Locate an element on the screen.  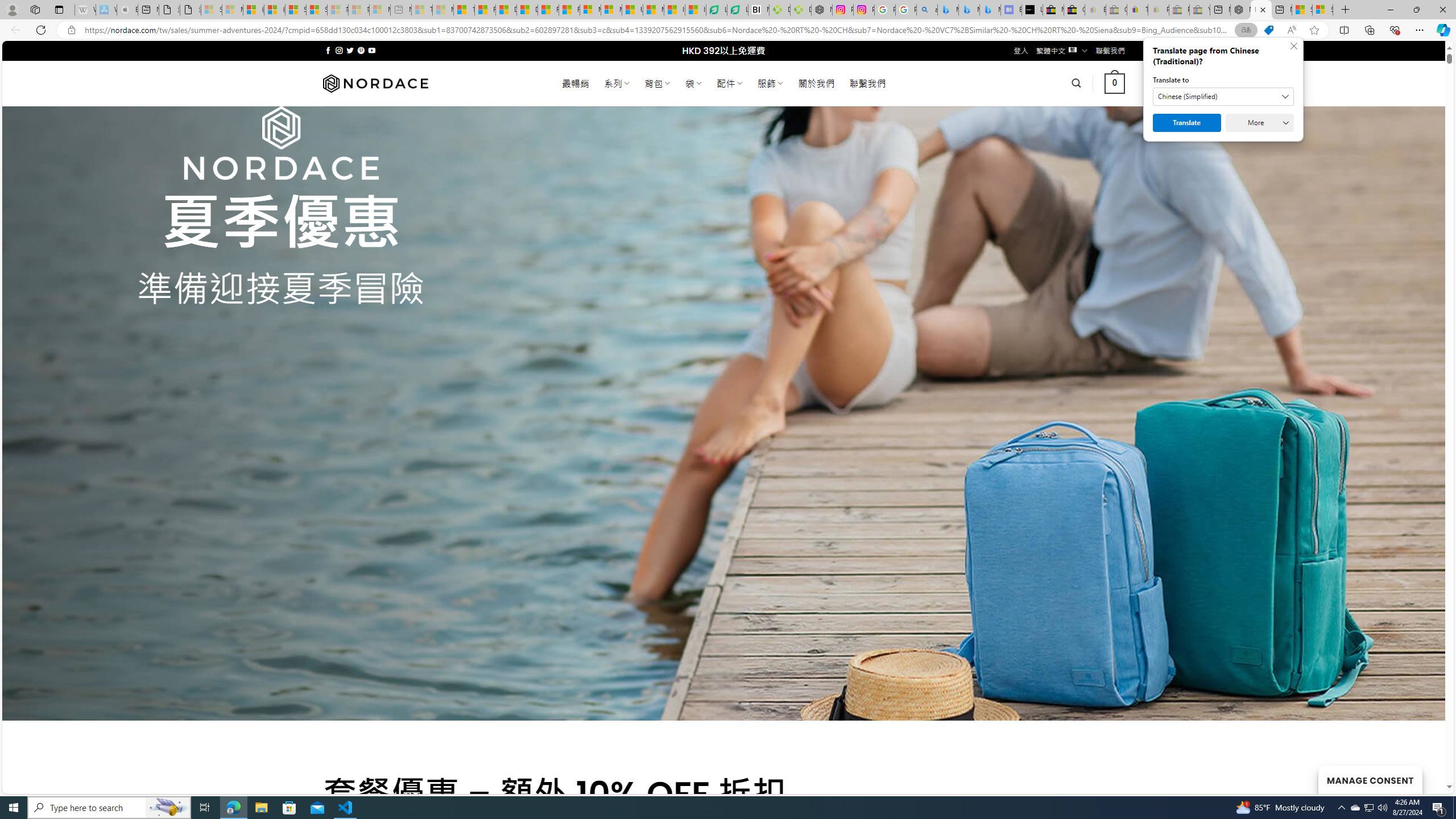
'  0  ' is located at coordinates (1115, 82).